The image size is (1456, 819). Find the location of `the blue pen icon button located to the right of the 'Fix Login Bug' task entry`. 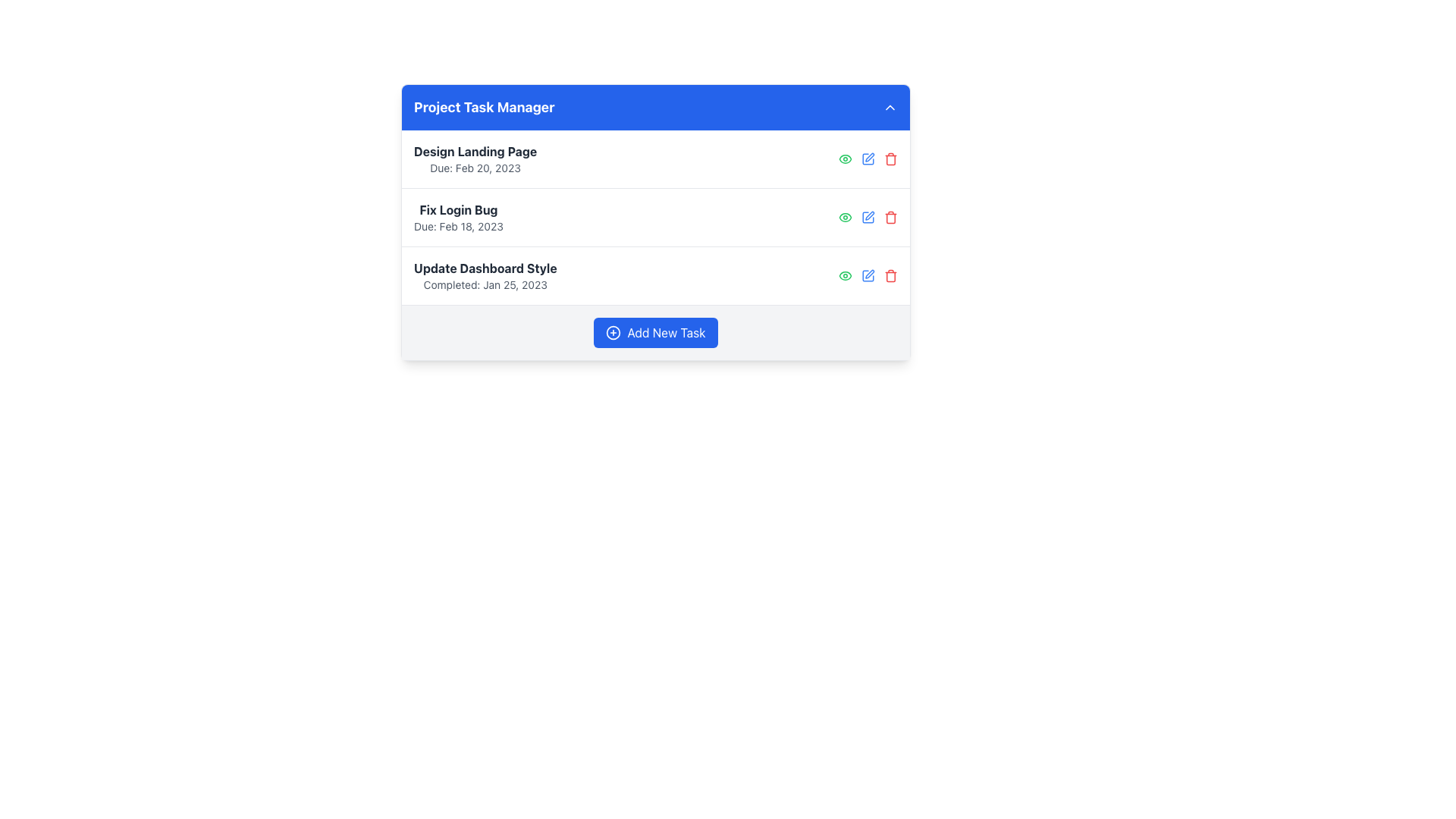

the blue pen icon button located to the right of the 'Fix Login Bug' task entry is located at coordinates (870, 157).